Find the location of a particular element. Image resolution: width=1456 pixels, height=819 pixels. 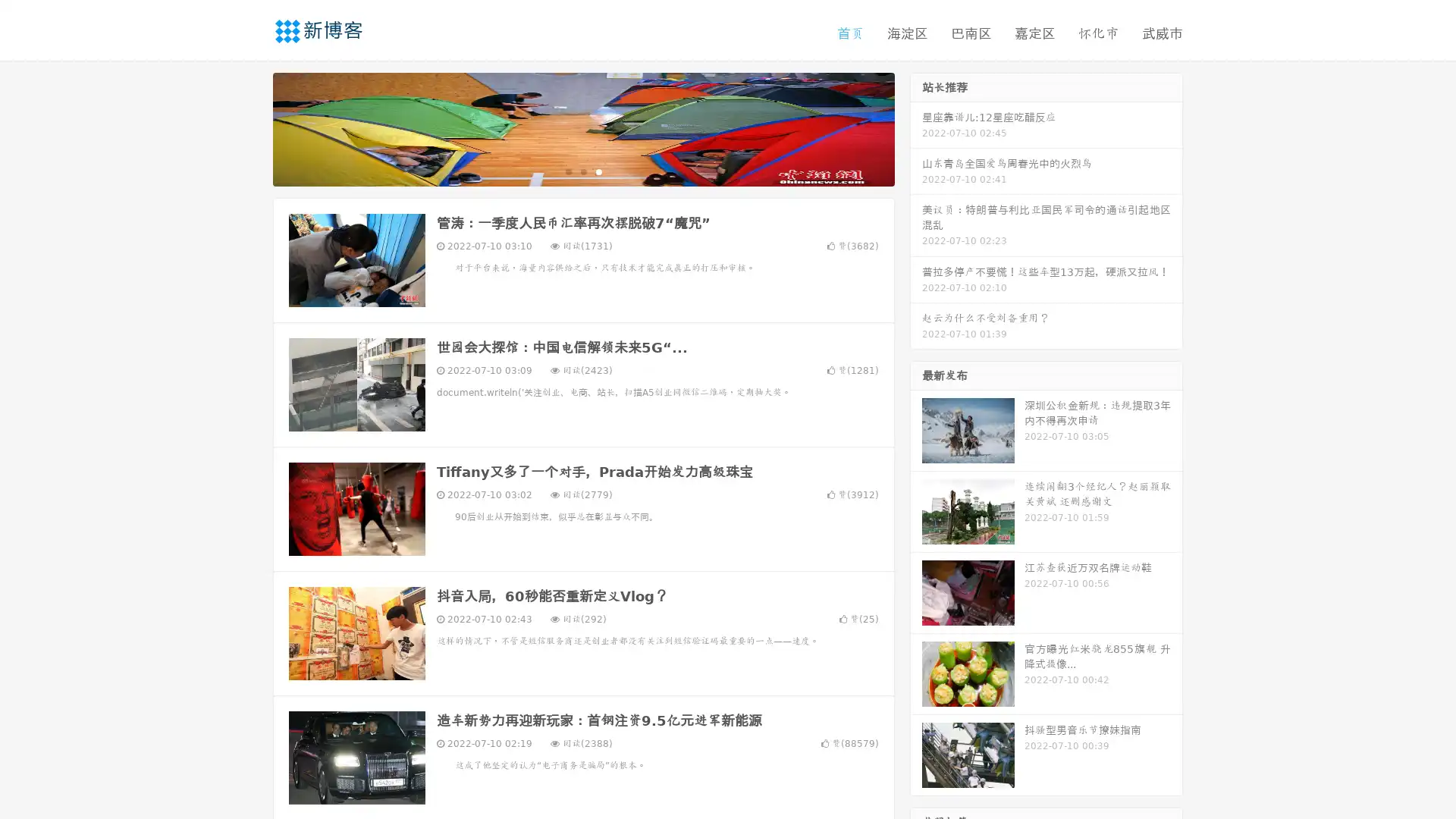

Go to slide 1 is located at coordinates (567, 171).